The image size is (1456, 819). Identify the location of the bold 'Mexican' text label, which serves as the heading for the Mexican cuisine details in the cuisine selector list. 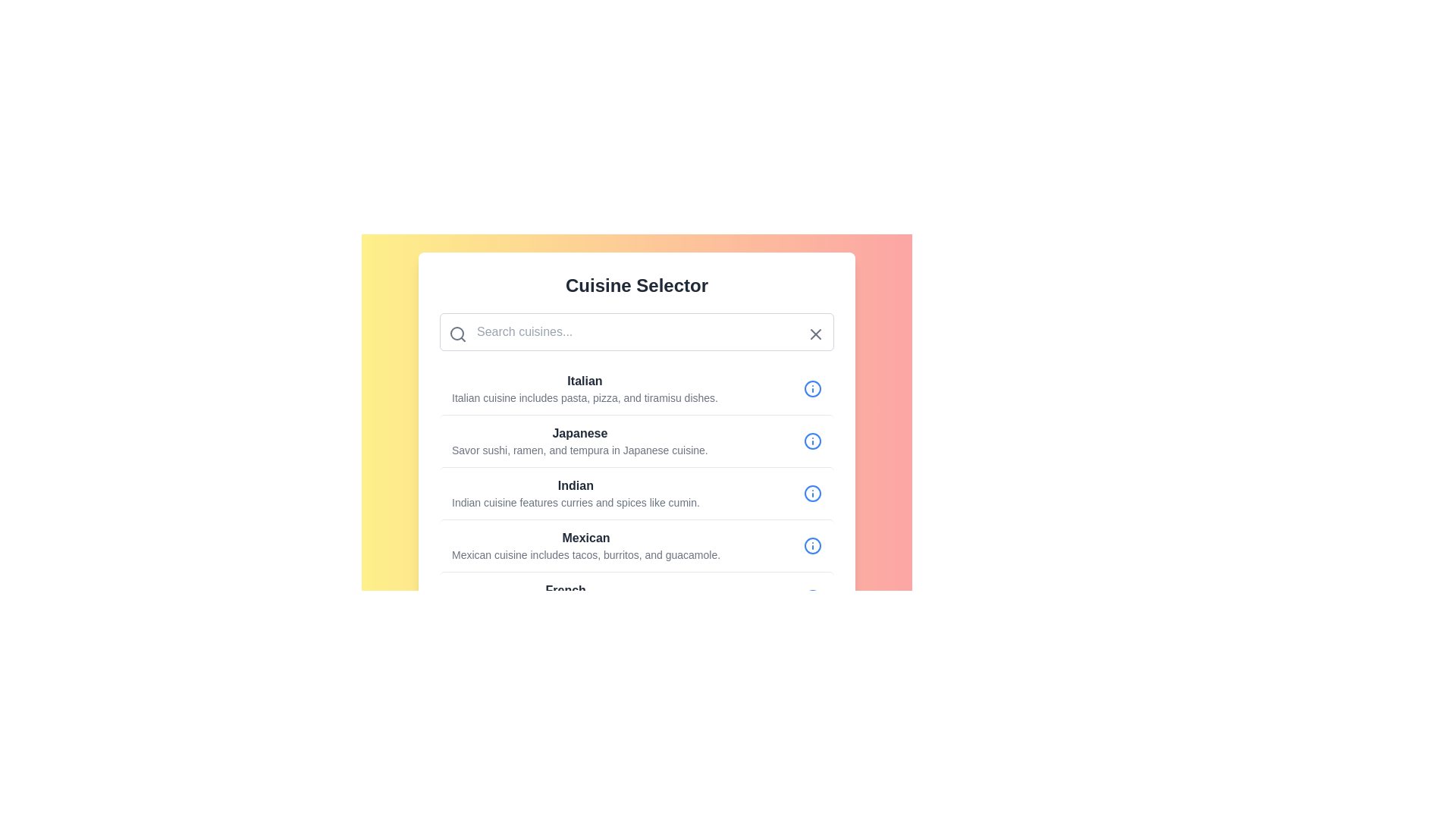
(585, 537).